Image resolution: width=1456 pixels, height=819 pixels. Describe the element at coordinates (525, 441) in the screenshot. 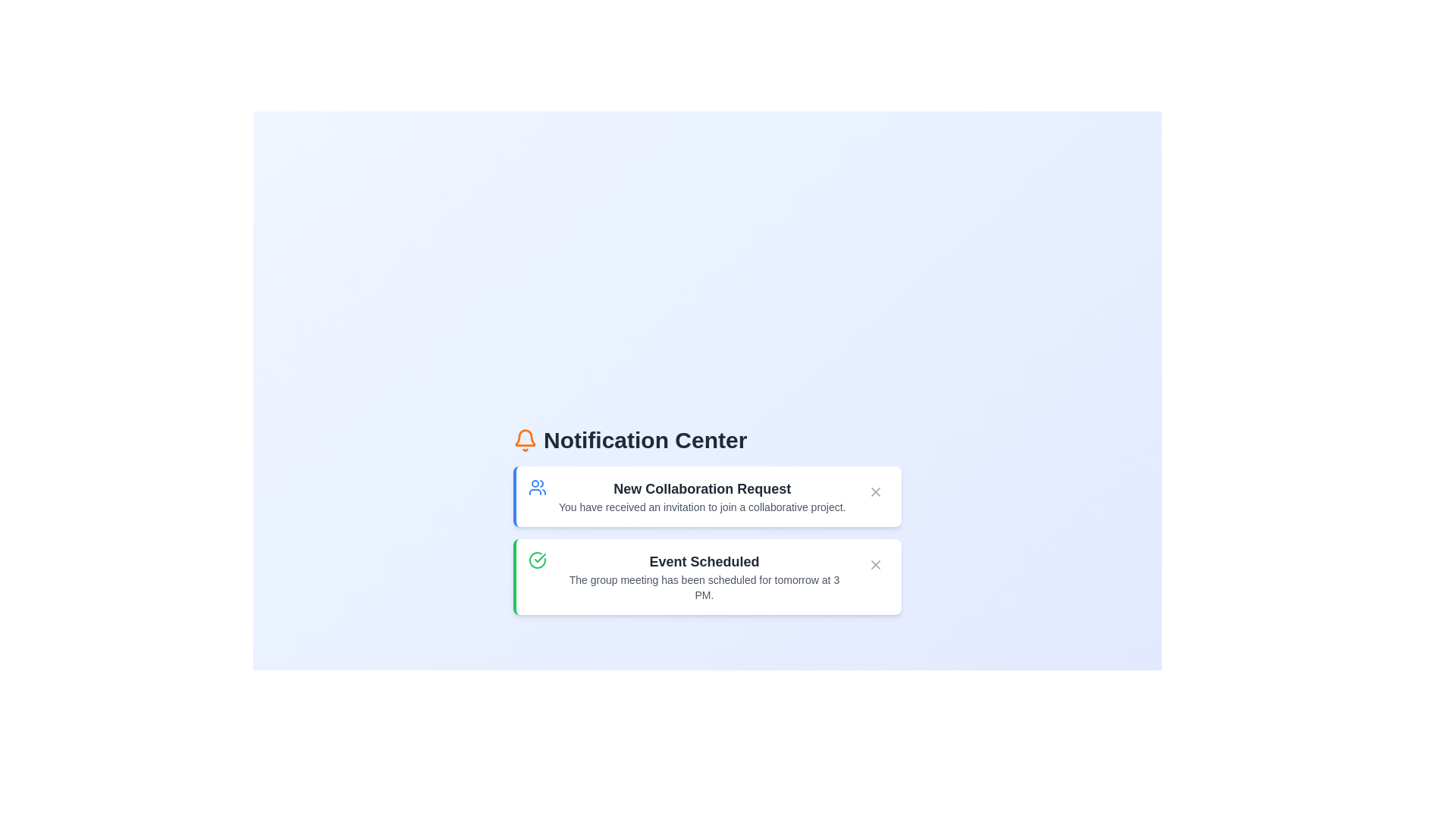

I see `the bell-shaped icon with an orange stroke located to the left of the 'Notification Center' text` at that location.